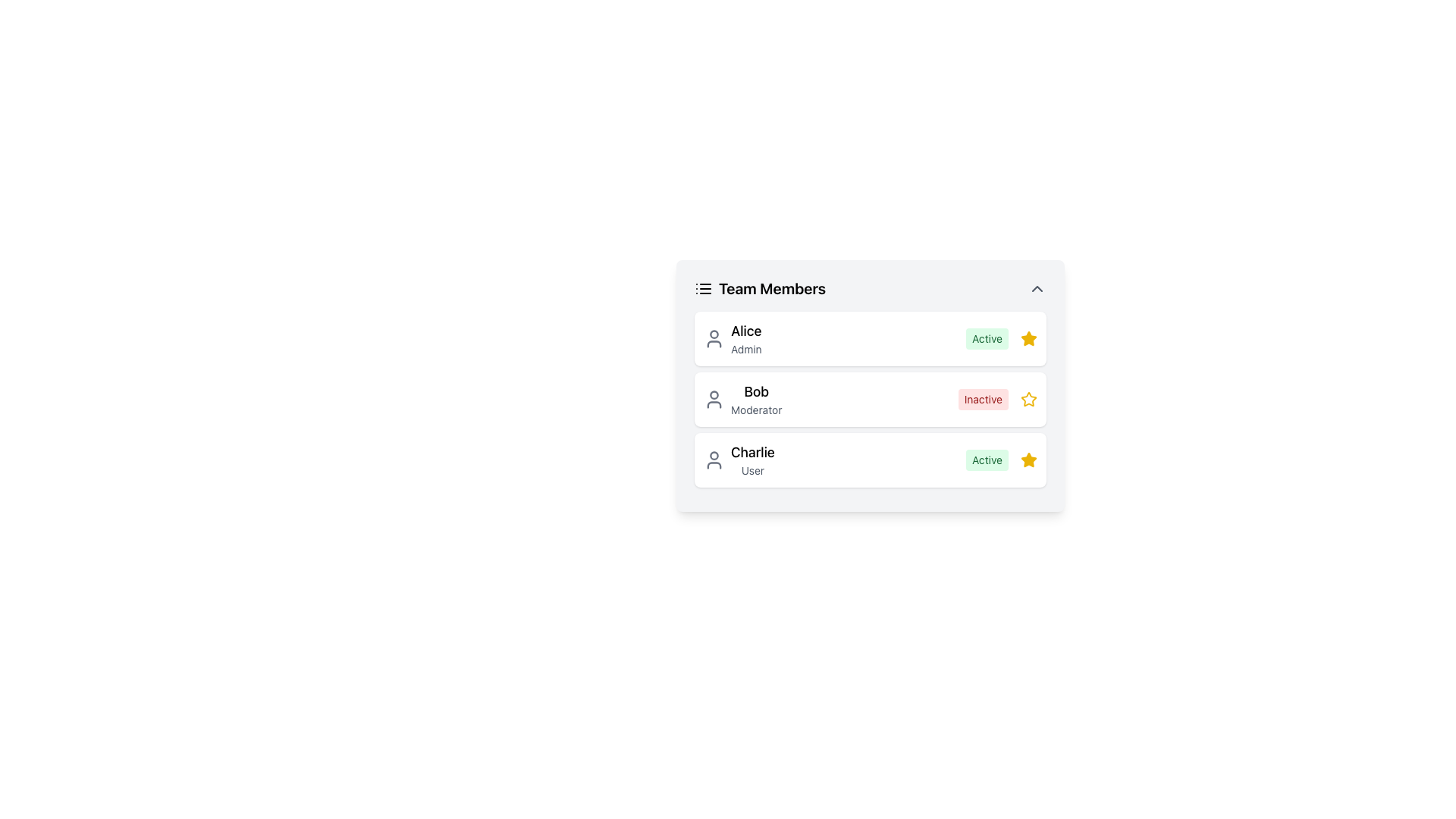 The width and height of the screenshot is (1456, 819). Describe the element at coordinates (1029, 399) in the screenshot. I see `the star icon button located to the right of the 'Inactive' label in the 'Team Members' list associated with user 'Bob'` at that location.